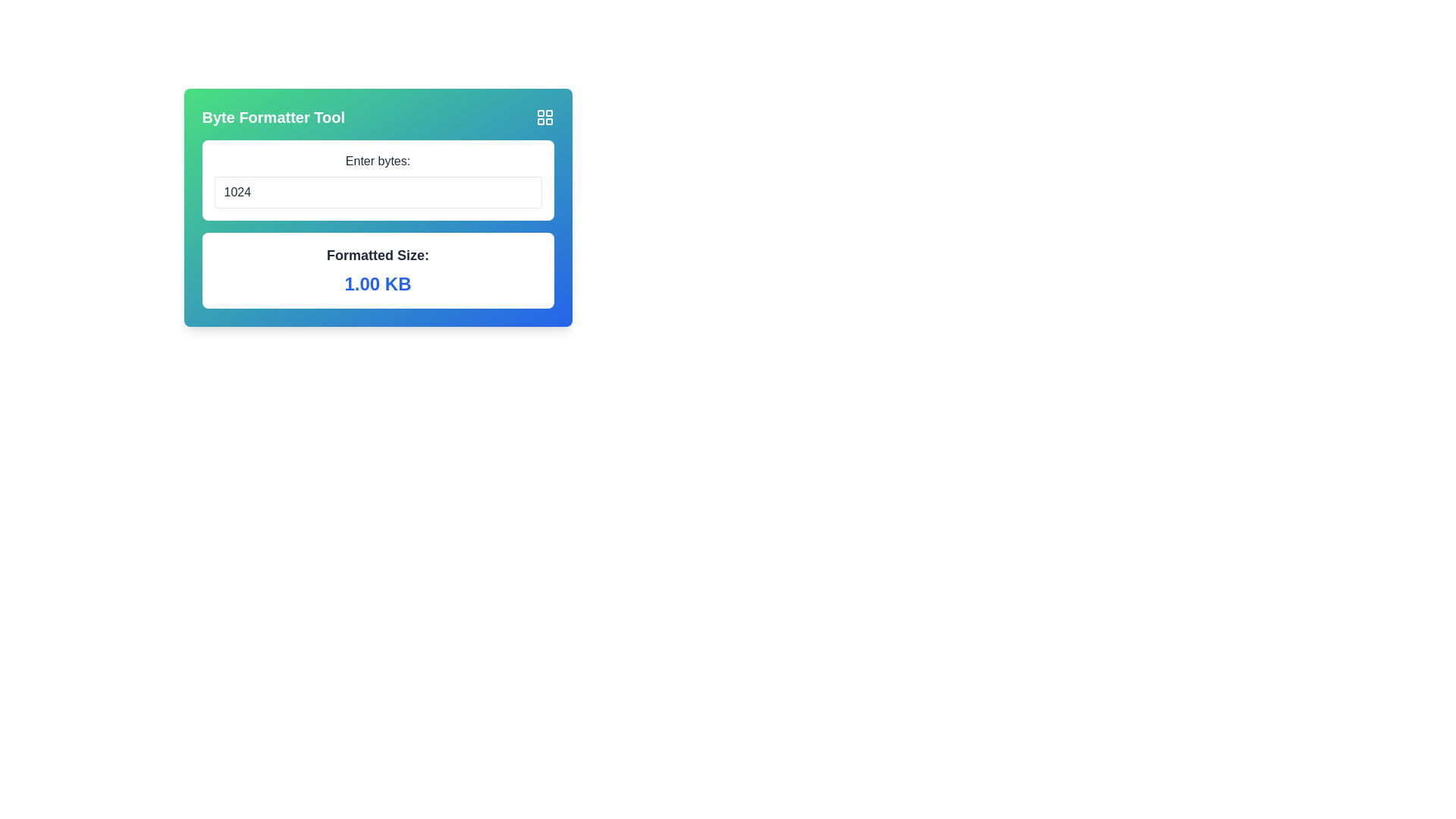 The width and height of the screenshot is (1456, 819). Describe the element at coordinates (378, 254) in the screenshot. I see `the text label displaying 'Formatted Size:', which is styled in bold and located in the middle-lower part of the card layout, positioned above the size value and below an input box` at that location.